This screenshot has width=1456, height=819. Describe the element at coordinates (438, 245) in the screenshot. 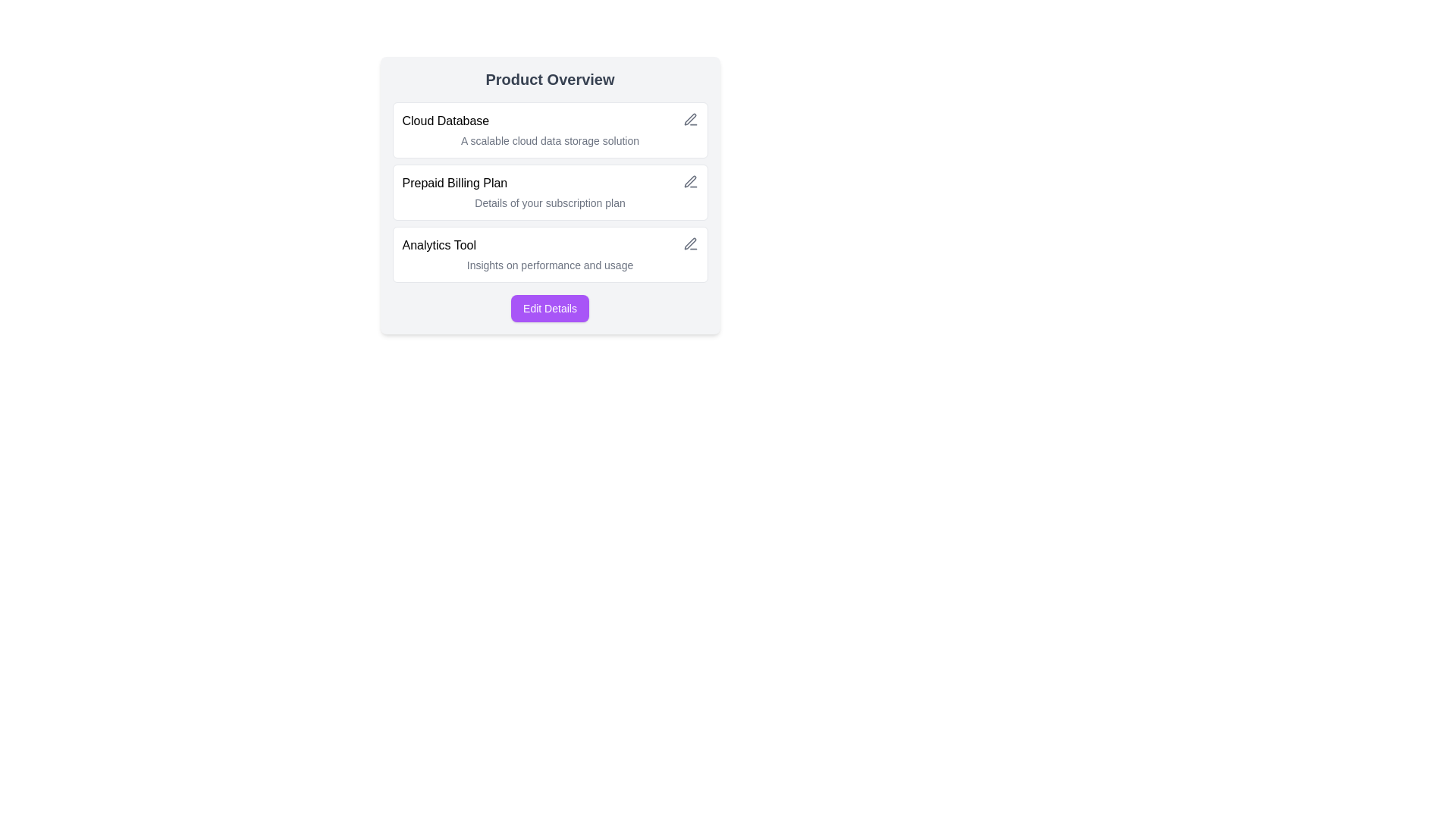

I see `the static text label that provides a description for a feature or tool in the 'Product Overview' section, positioned as the third item in the list` at that location.